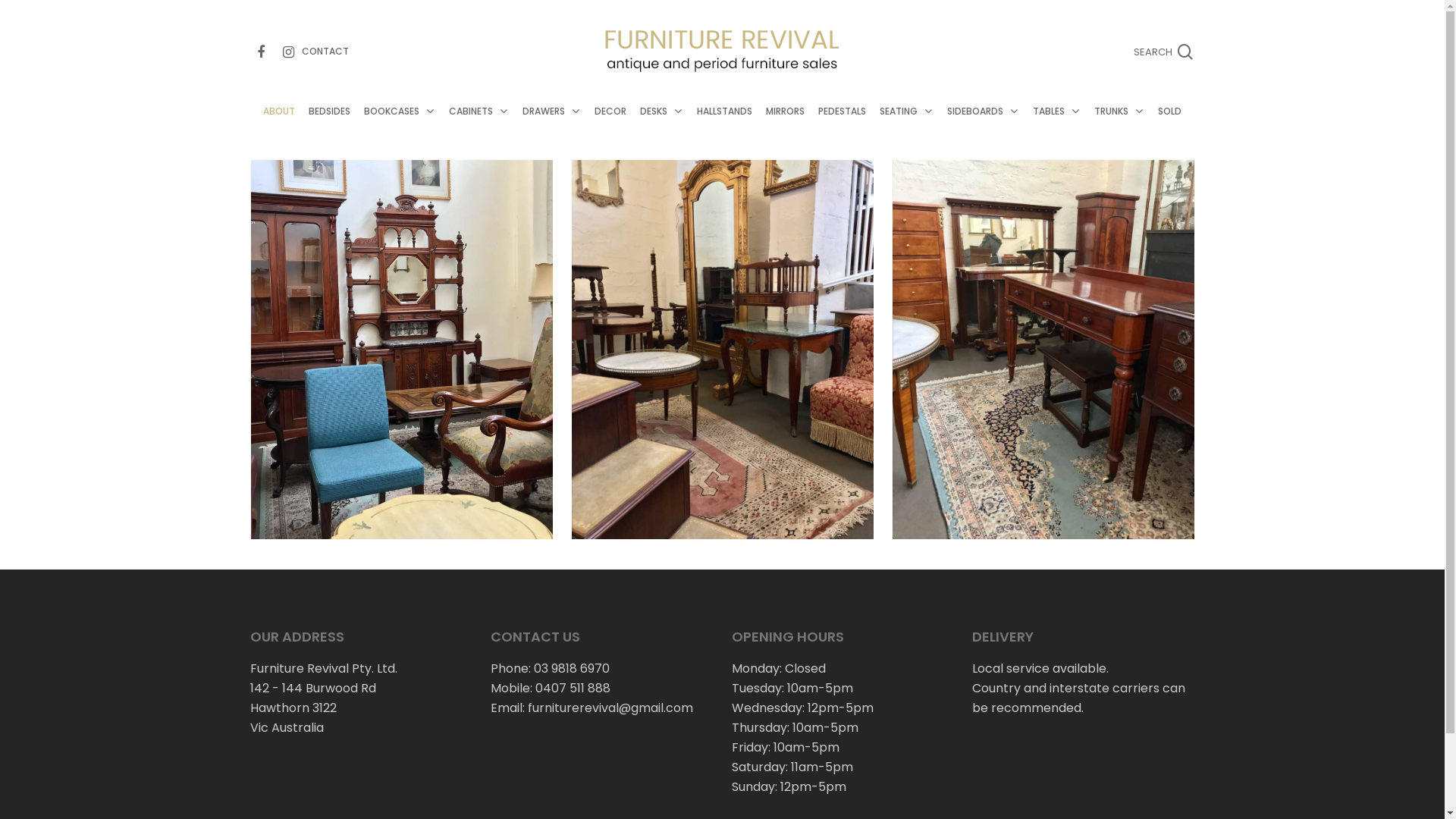 Image resolution: width=1456 pixels, height=819 pixels. Describe the element at coordinates (324, 49) in the screenshot. I see `'CONTACT'` at that location.